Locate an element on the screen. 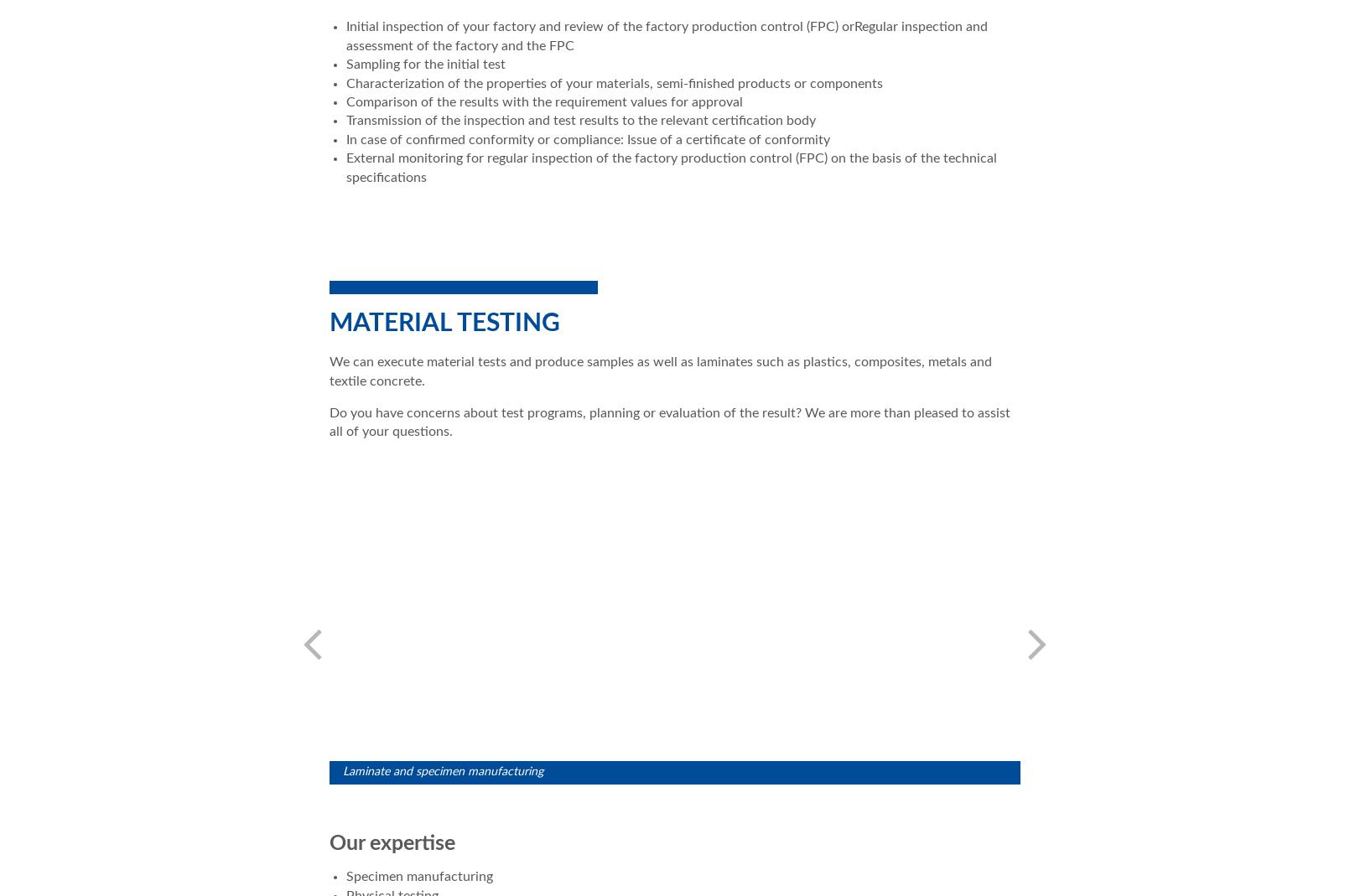  'Do you have concerns about test programs, planning or evaluation of the result? We are more than pleased to assist all of your questions.' is located at coordinates (669, 422).